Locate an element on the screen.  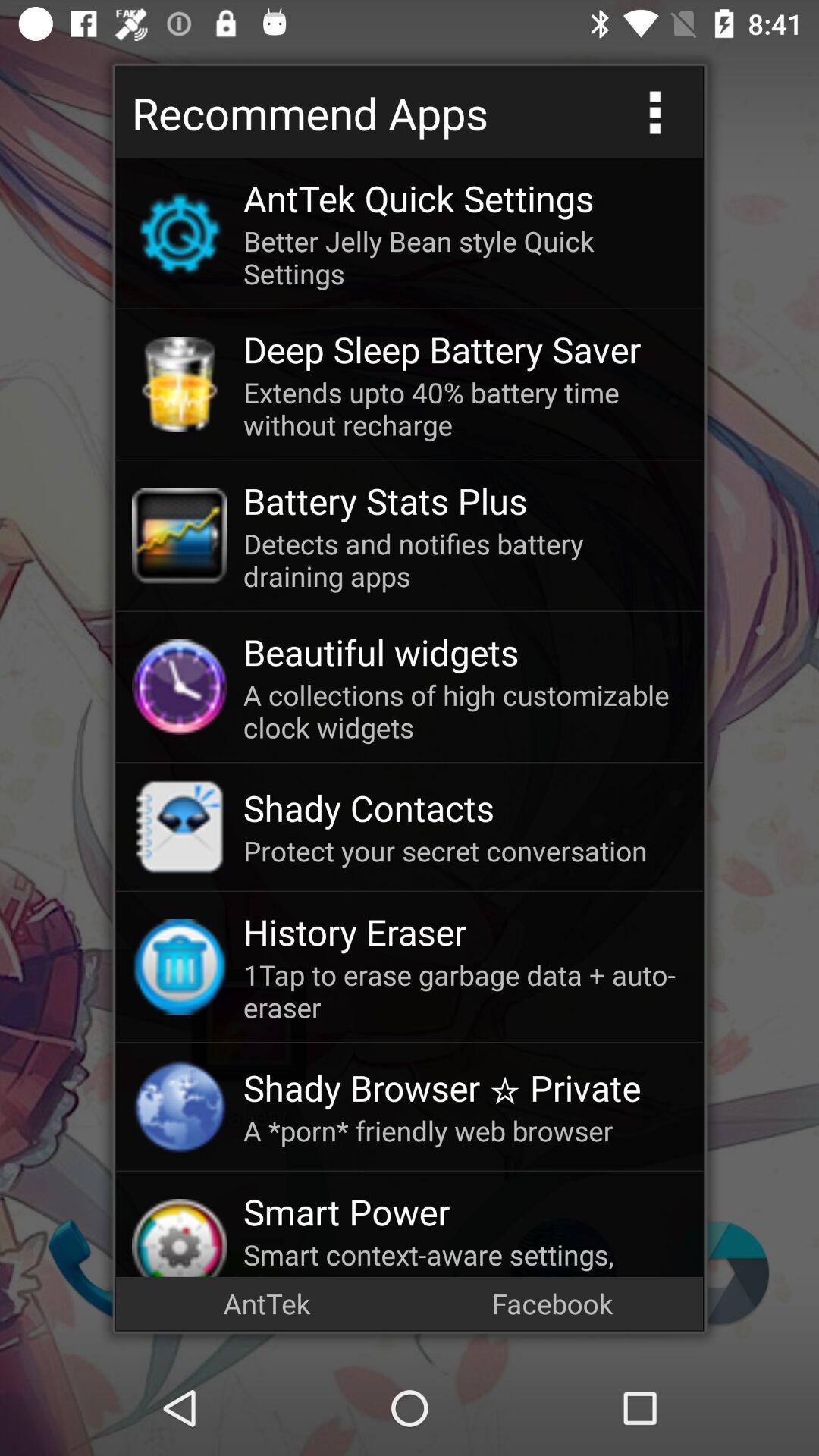
item above the protect your secret icon is located at coordinates (464, 807).